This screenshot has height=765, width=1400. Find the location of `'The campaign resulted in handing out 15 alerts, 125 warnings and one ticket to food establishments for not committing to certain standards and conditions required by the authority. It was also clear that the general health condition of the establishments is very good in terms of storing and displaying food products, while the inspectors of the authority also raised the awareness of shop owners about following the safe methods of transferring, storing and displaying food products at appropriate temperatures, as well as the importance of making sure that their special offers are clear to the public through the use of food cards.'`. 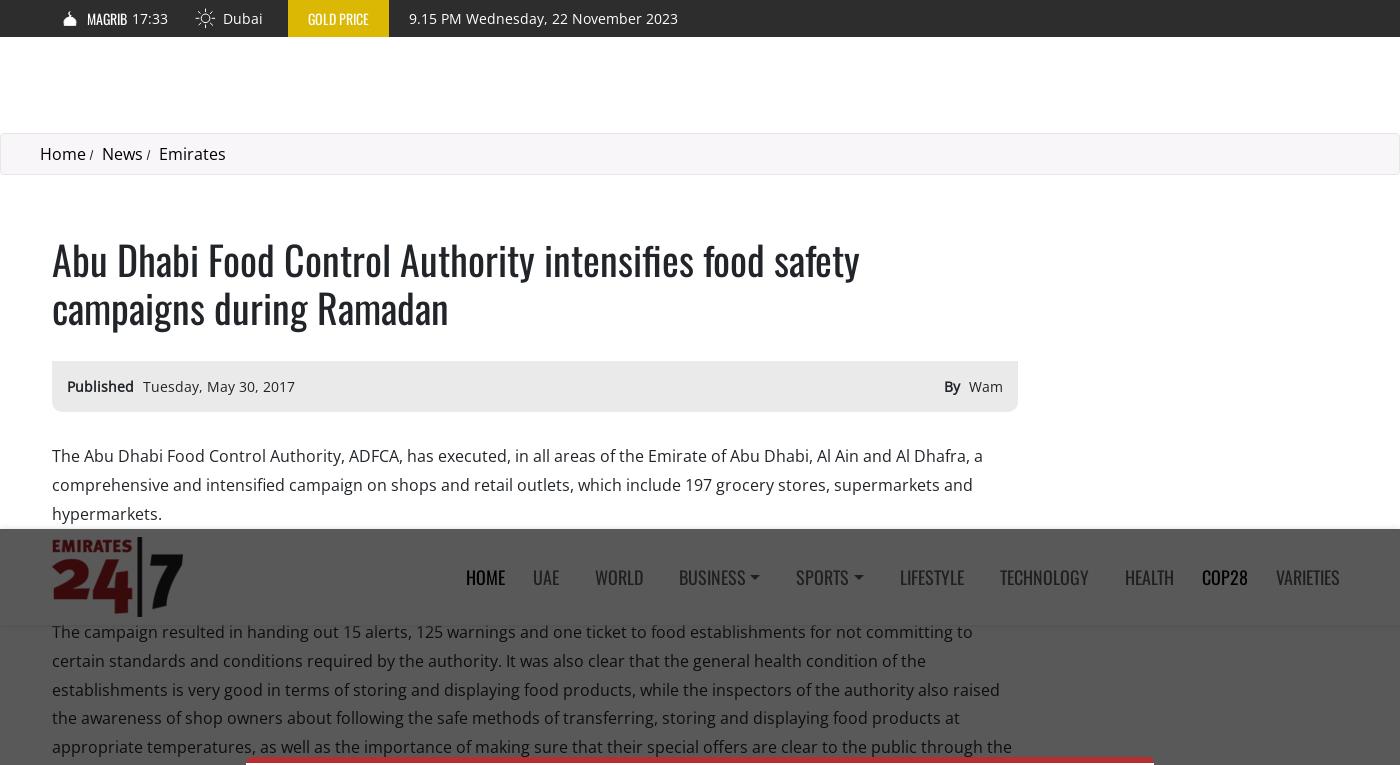

'The campaign resulted in handing out 15 alerts, 125 warnings and one ticket to food establishments for not committing to certain standards and conditions required by the authority. It was also clear that the general health condition of the establishments is very good in terms of storing and displaying food products, while the inspectors of the authority also raised the awareness of shop owners about following the safe methods of transferring, storing and displaying food products at appropriate temperatures, as well as the importance of making sure that their special offers are clear to the public through the use of food cards.' is located at coordinates (532, 173).